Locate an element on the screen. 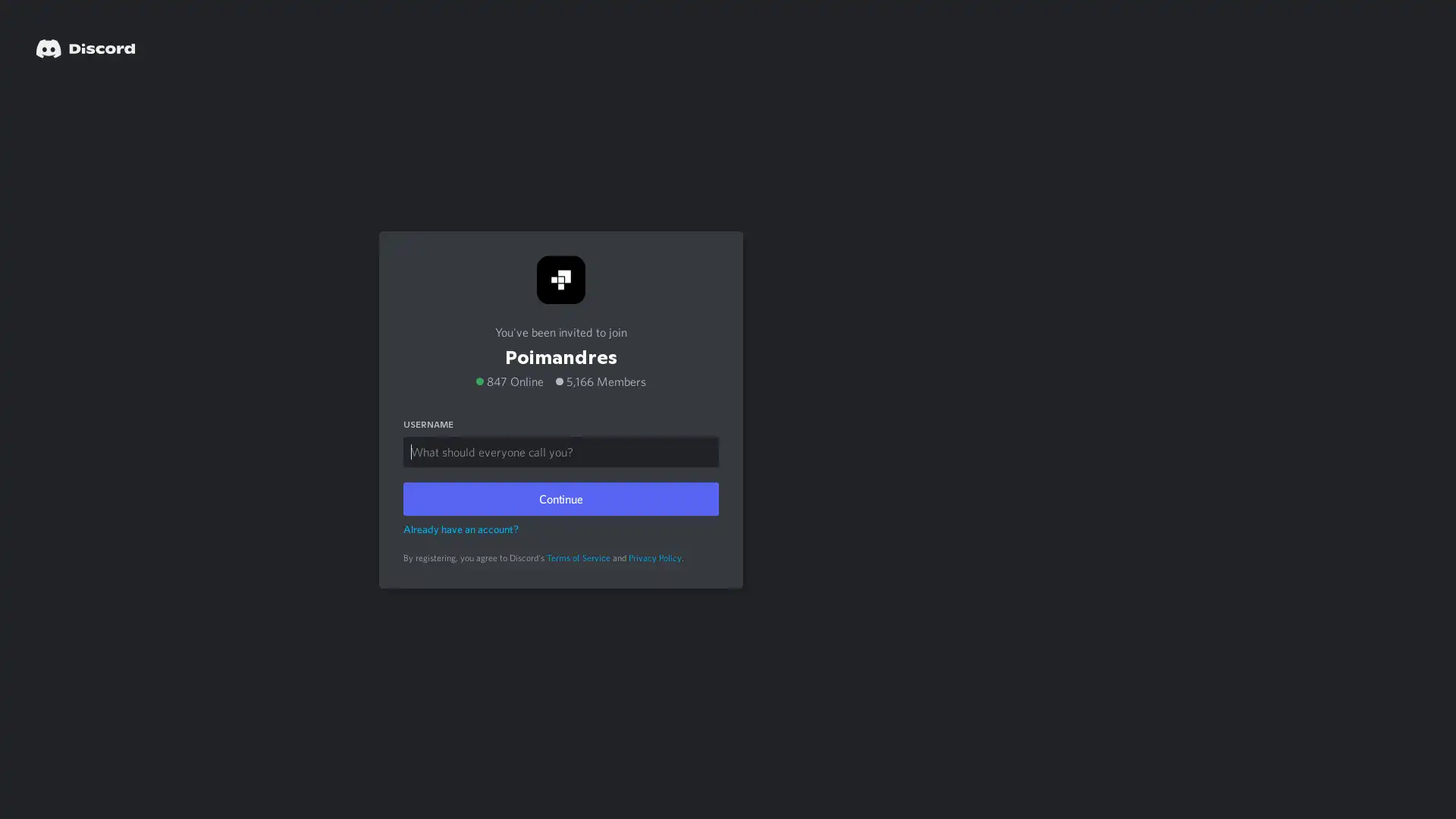  Continue is located at coordinates (560, 497).